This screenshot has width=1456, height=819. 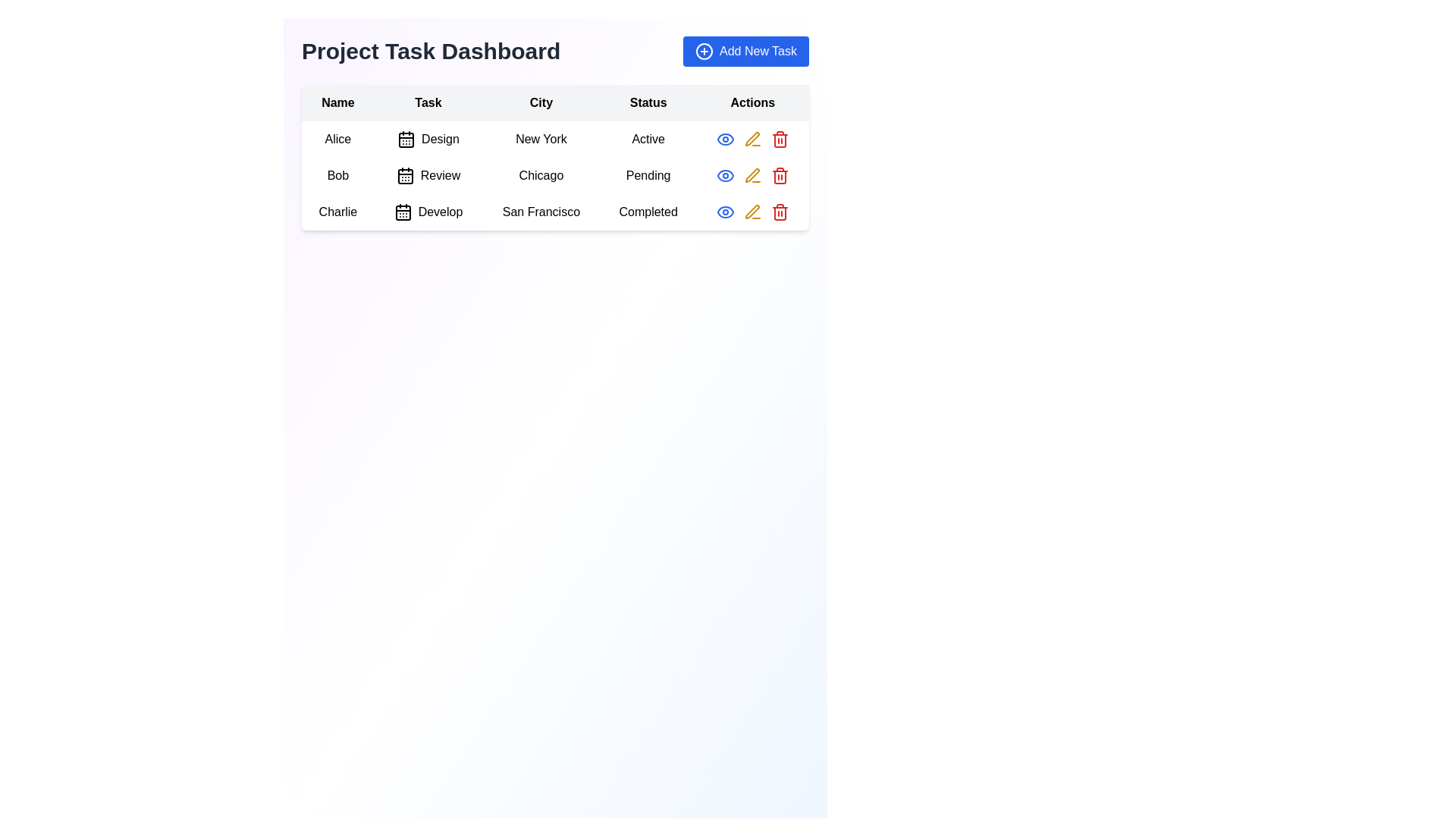 What do you see at coordinates (724, 140) in the screenshot?
I see `the visibility icon located in the 'Actions' column of the tasks table for the second entry associated with 'Bob'` at bounding box center [724, 140].